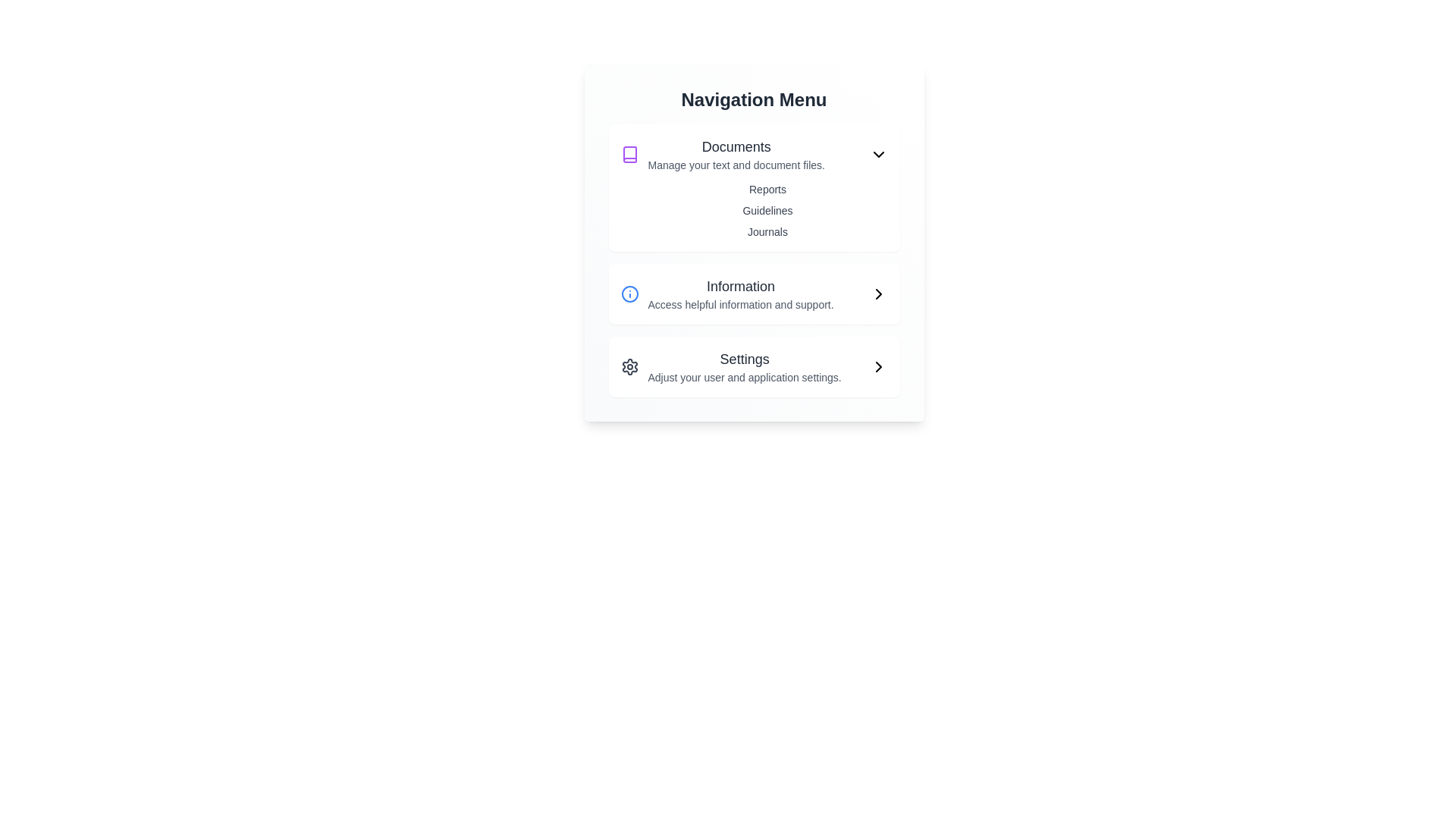 The height and width of the screenshot is (819, 1456). I want to click on the second text label in the 'Navigation Menu', so click(741, 294).